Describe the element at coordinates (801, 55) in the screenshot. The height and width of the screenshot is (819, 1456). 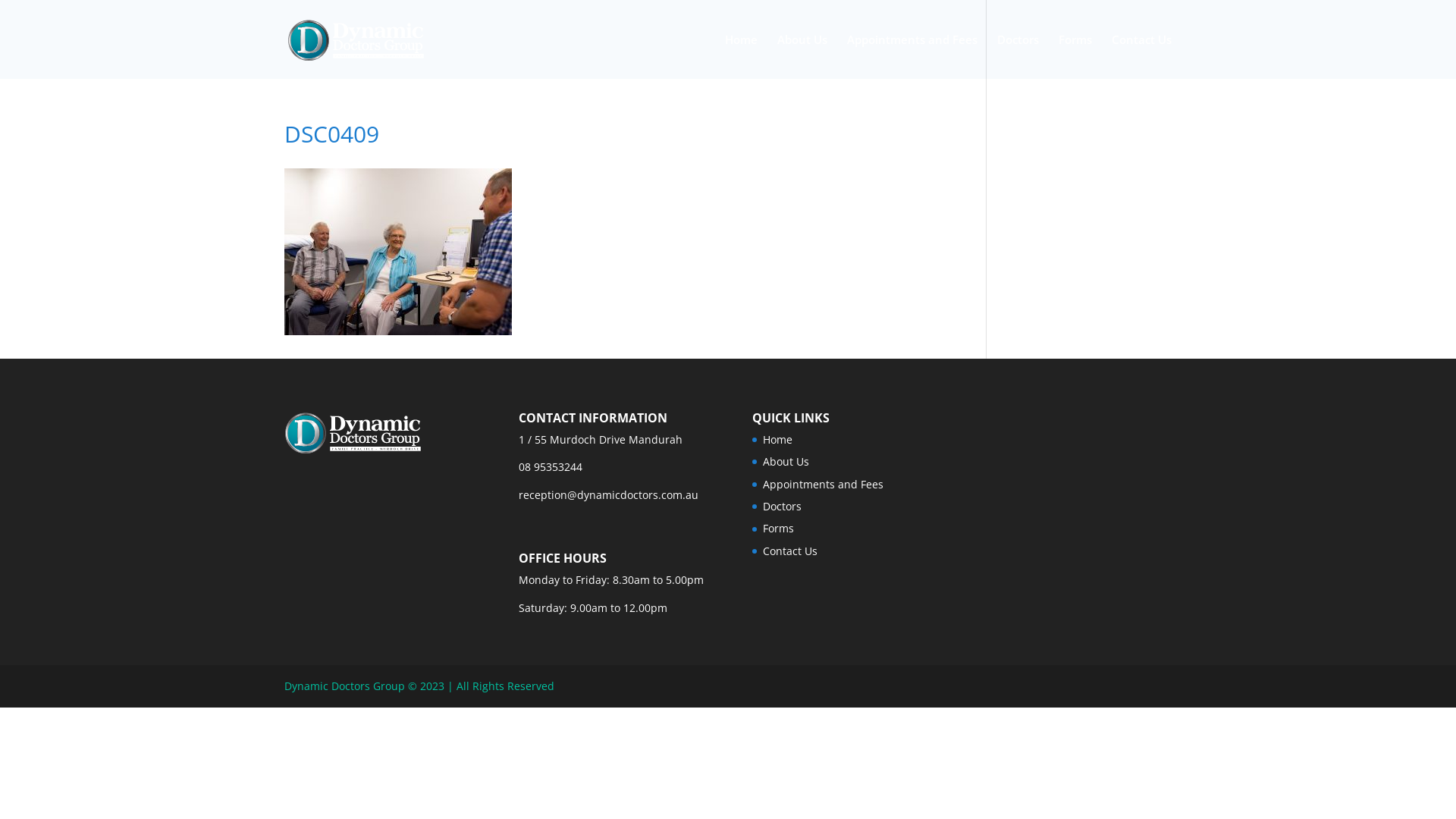
I see `'About Us'` at that location.